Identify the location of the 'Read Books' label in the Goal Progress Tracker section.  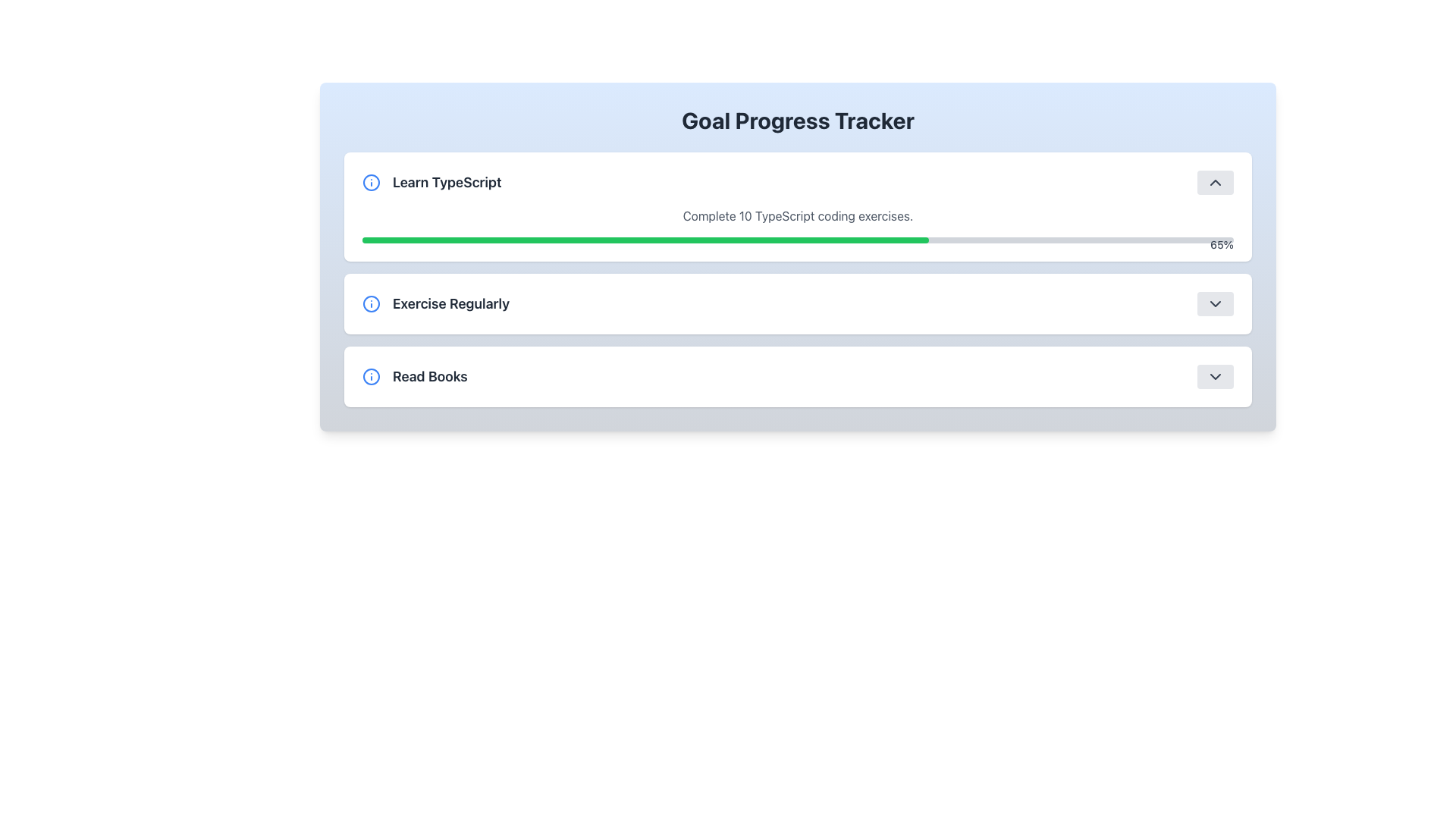
(415, 376).